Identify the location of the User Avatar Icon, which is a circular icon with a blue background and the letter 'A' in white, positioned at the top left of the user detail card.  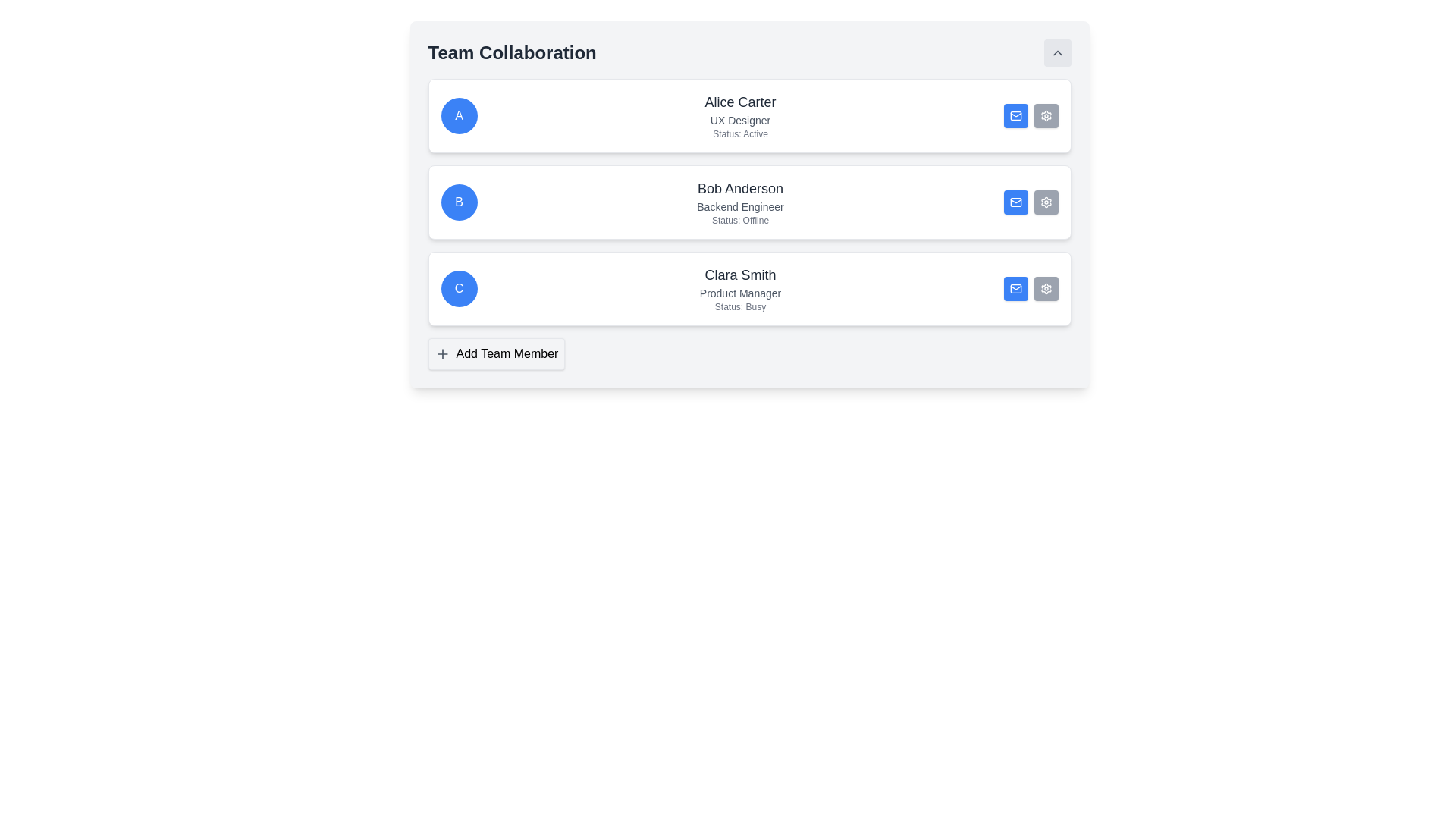
(458, 115).